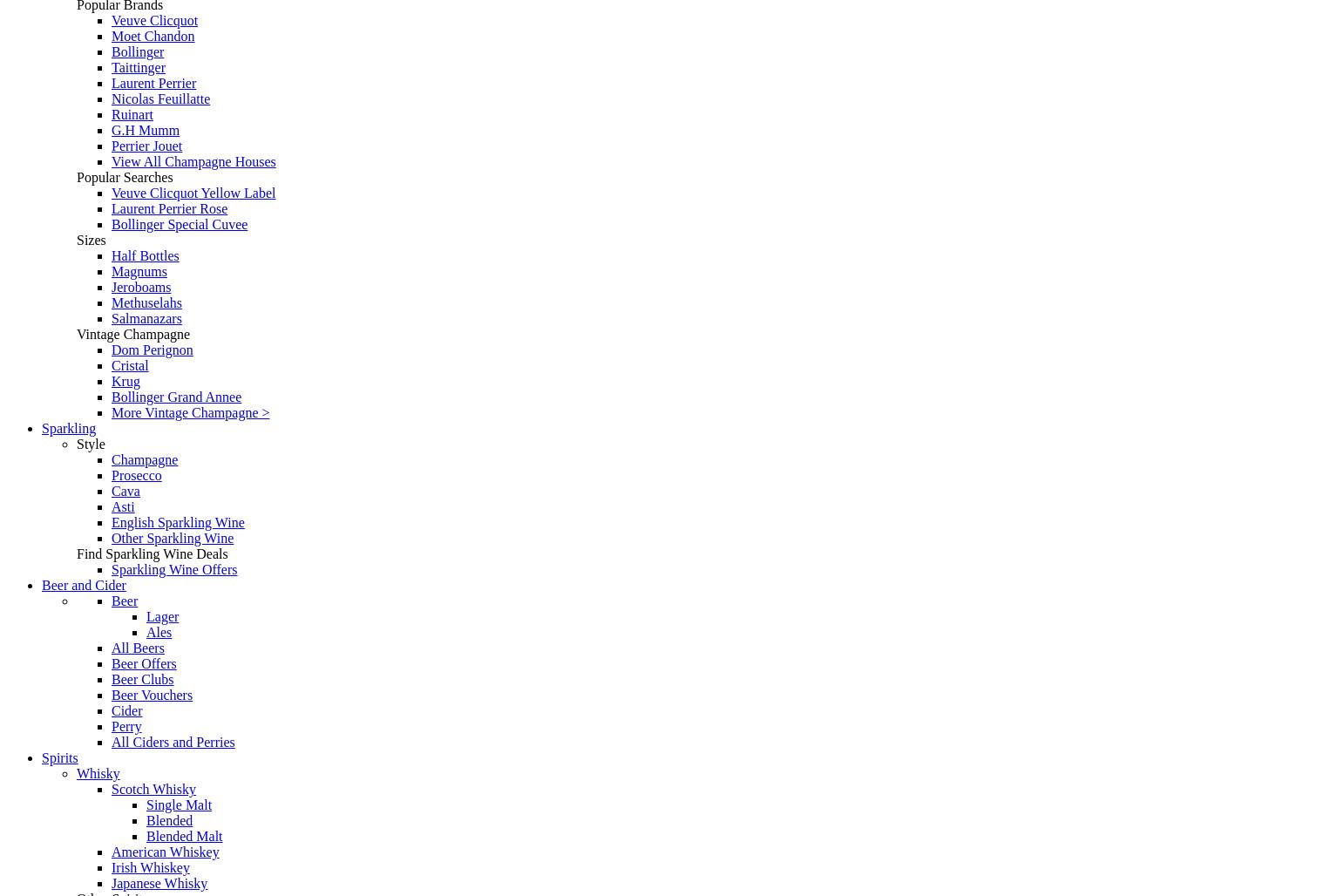 Image resolution: width=1329 pixels, height=896 pixels. Describe the element at coordinates (110, 130) in the screenshot. I see `'G.H Mumm'` at that location.